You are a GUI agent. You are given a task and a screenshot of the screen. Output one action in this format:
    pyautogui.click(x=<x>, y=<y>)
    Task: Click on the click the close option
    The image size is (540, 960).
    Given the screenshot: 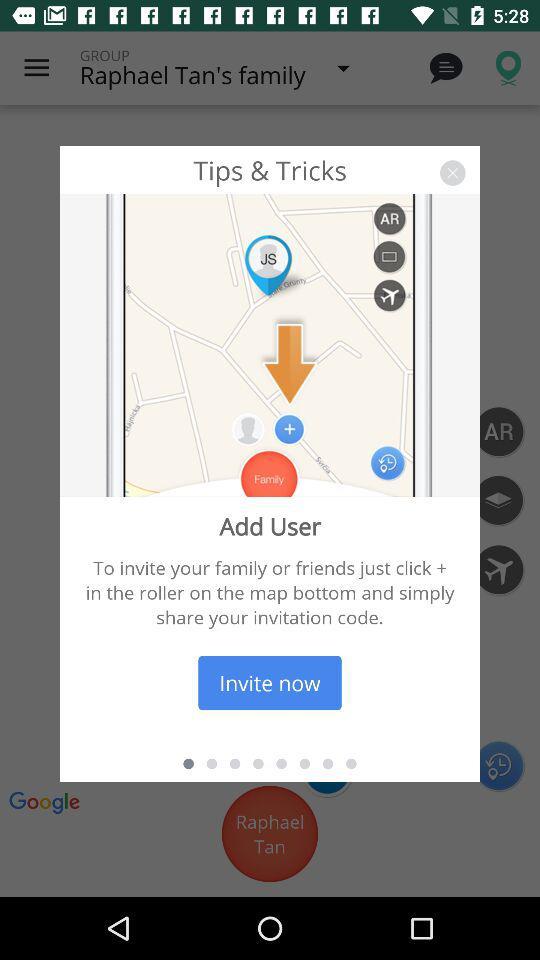 What is the action you would take?
    pyautogui.click(x=452, y=172)
    